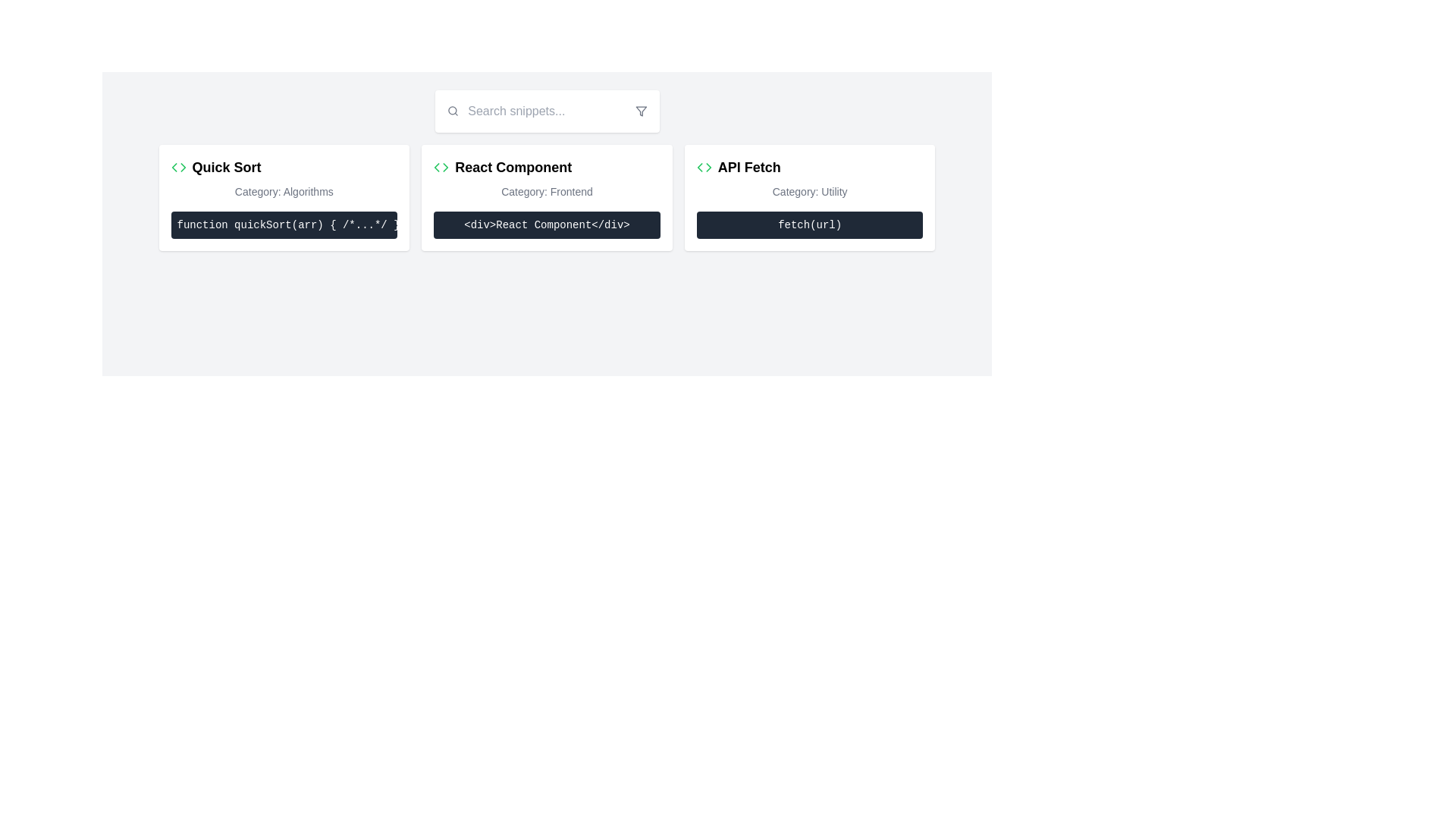 Image resolution: width=1456 pixels, height=819 pixels. Describe the element at coordinates (546, 110) in the screenshot. I see `the Search bar located near the top center of the interface, directly above the content cards titled 'Quick Sort,' 'React Component,' and 'API Fetch'` at that location.